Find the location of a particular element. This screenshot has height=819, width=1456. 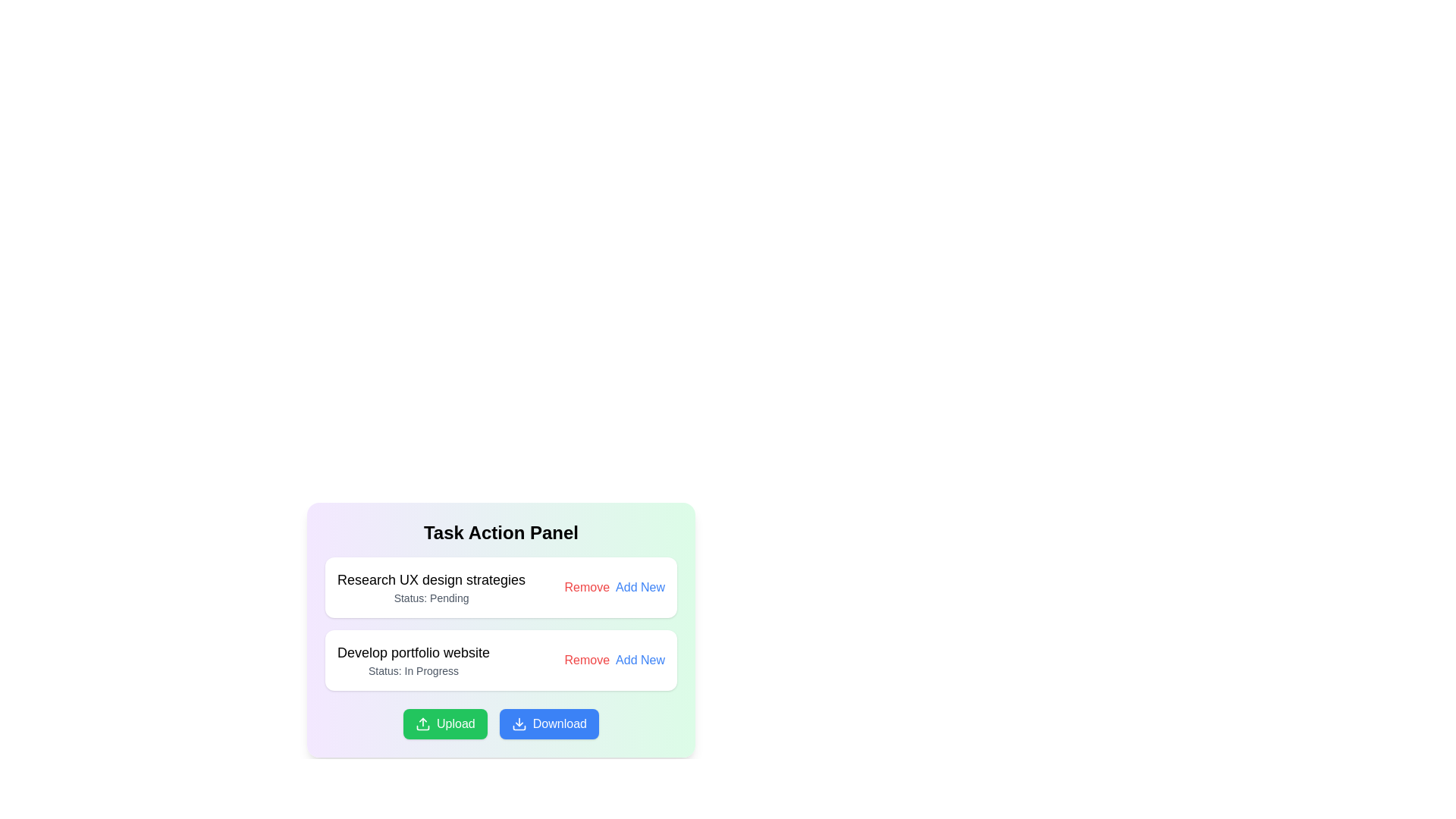

the blue text link labeled 'Add New' located next to the 'Remove' link is located at coordinates (640, 660).